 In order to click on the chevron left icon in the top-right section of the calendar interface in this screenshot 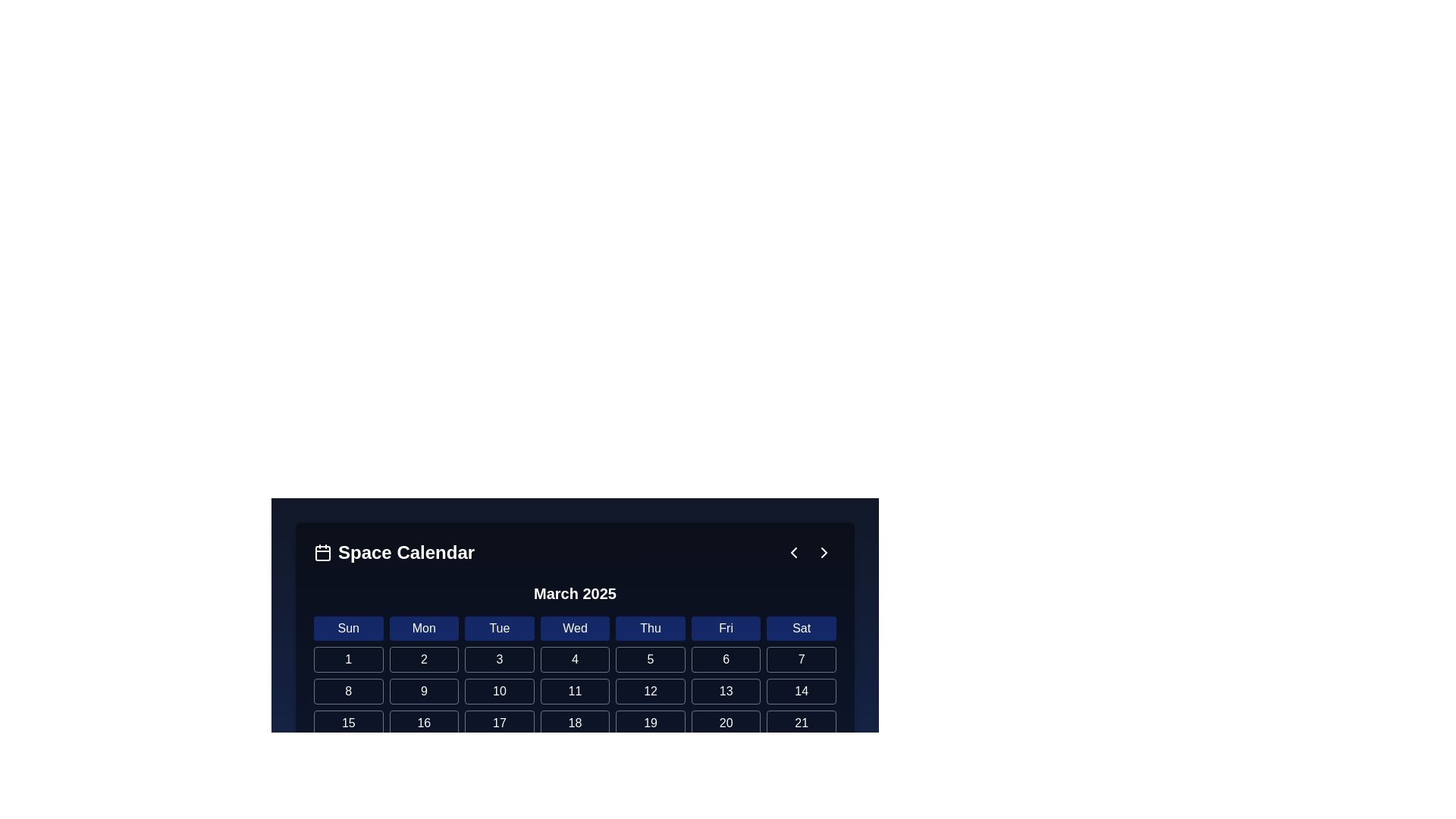, I will do `click(792, 553)`.